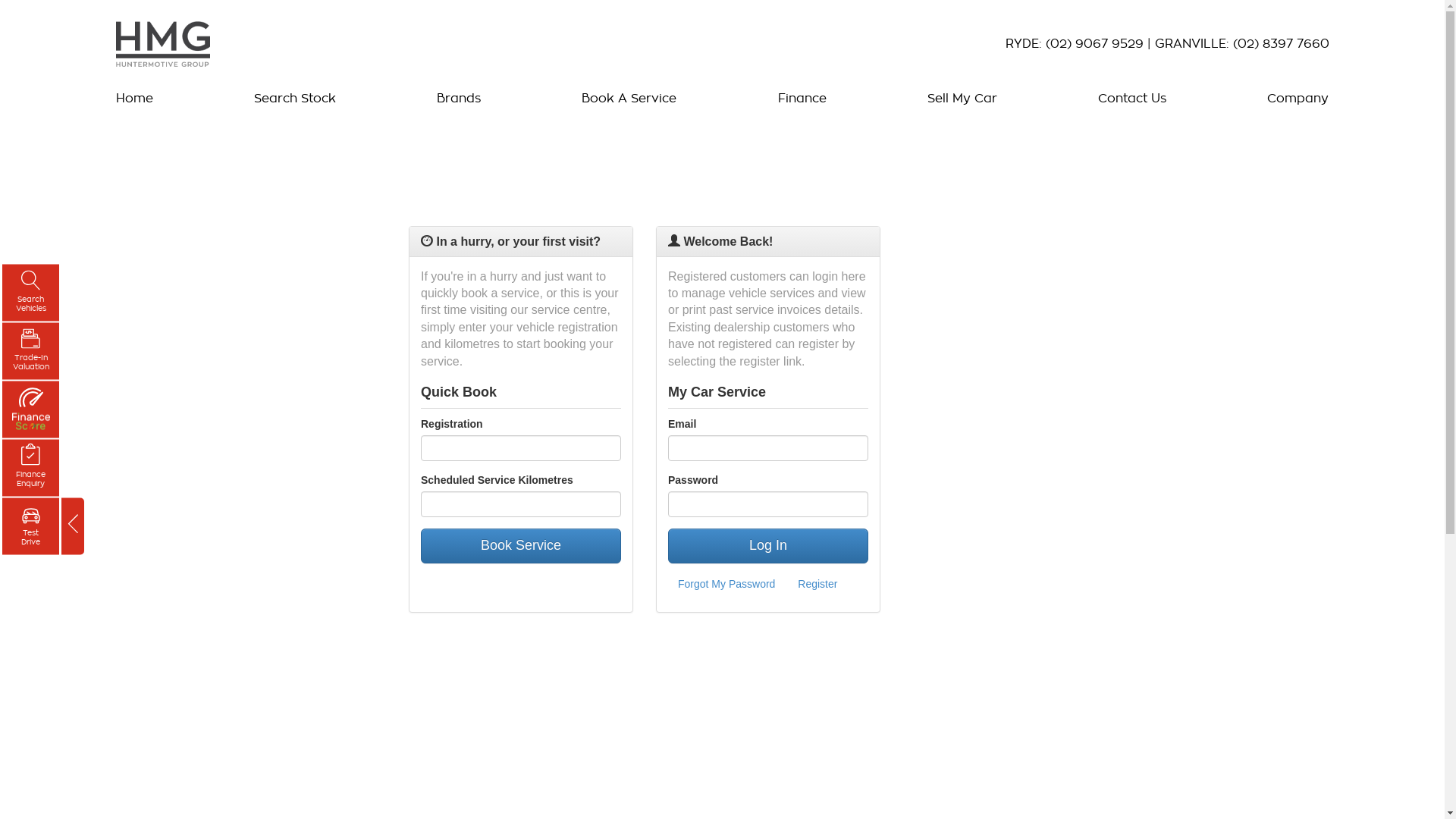 This screenshot has width=1456, height=819. I want to click on 'Book A Service', so click(629, 99).